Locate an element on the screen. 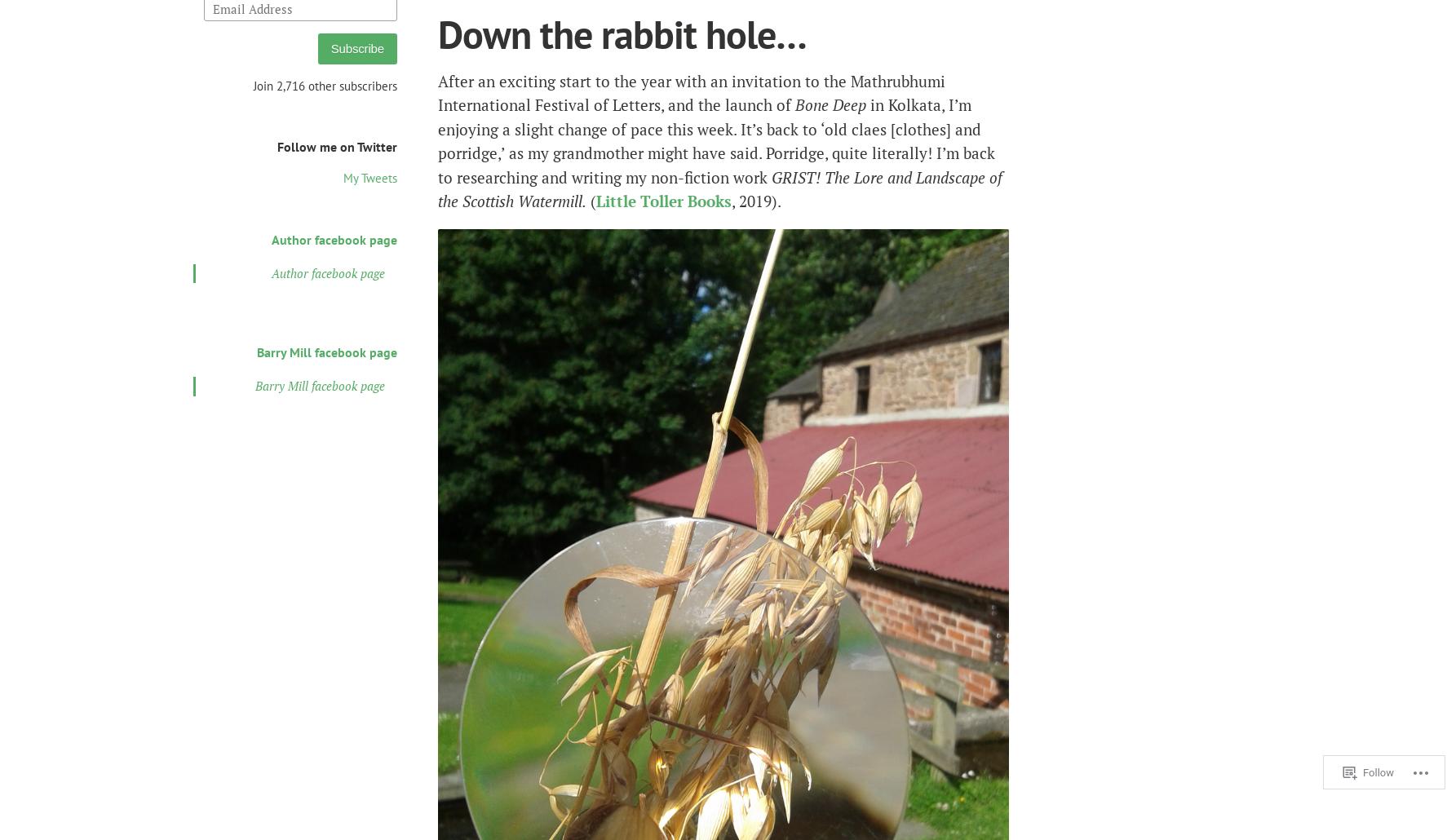 Image resolution: width=1447 pixels, height=840 pixels. 'Follow' is located at coordinates (1380, 768).